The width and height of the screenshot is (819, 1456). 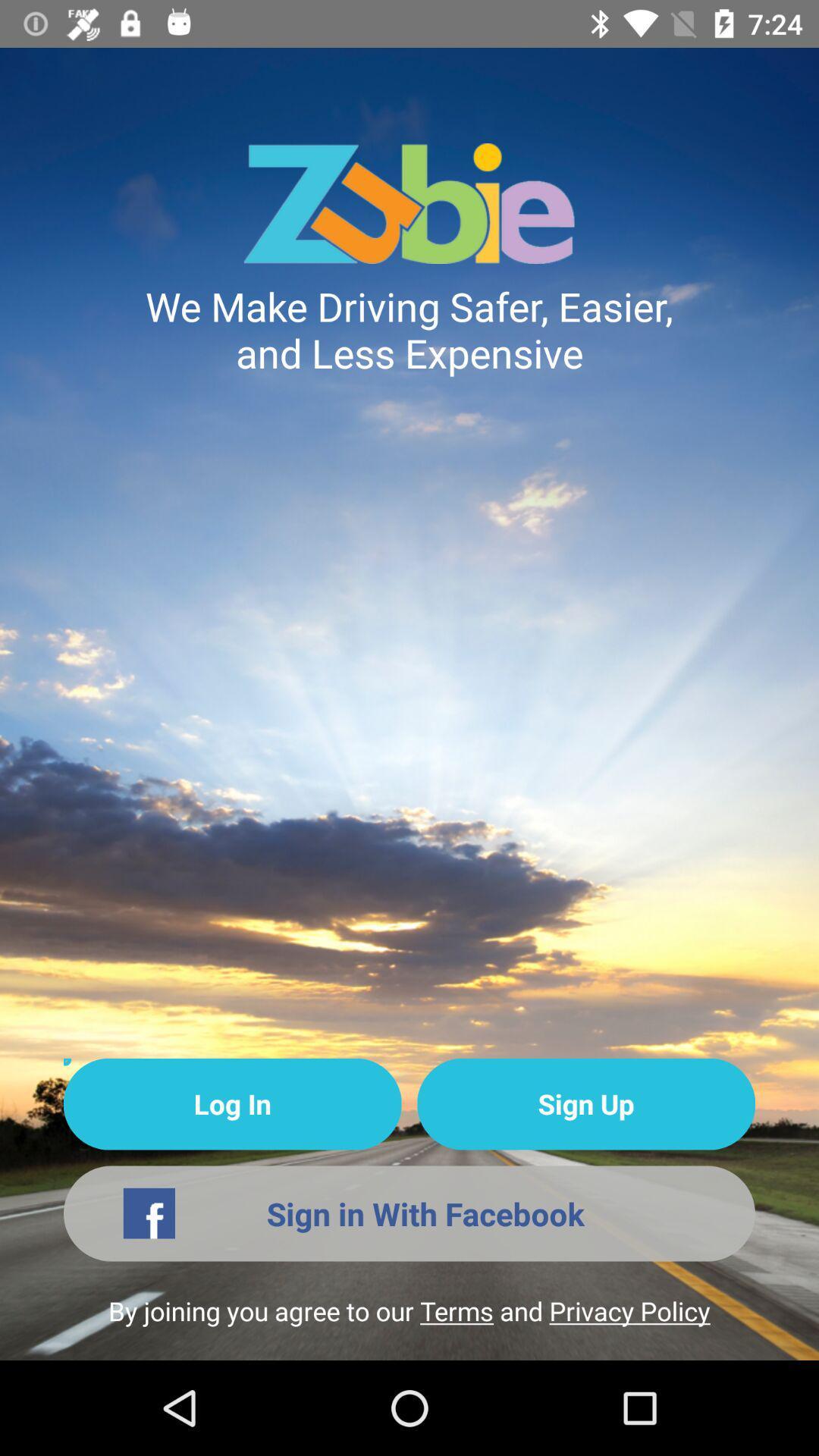 What do you see at coordinates (232, 1104) in the screenshot?
I see `the icon below we make driving item` at bounding box center [232, 1104].